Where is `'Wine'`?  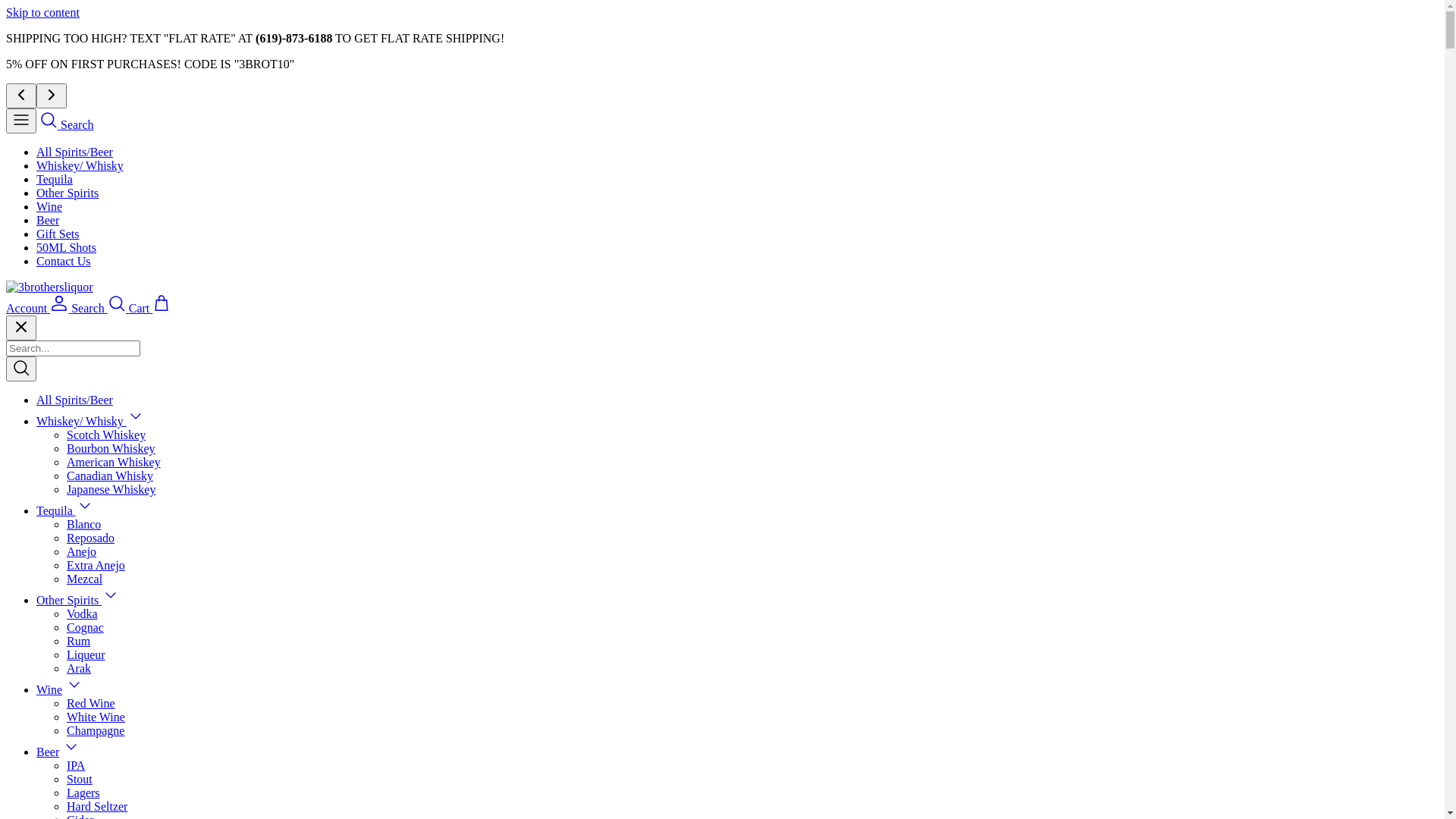 'Wine' is located at coordinates (49, 689).